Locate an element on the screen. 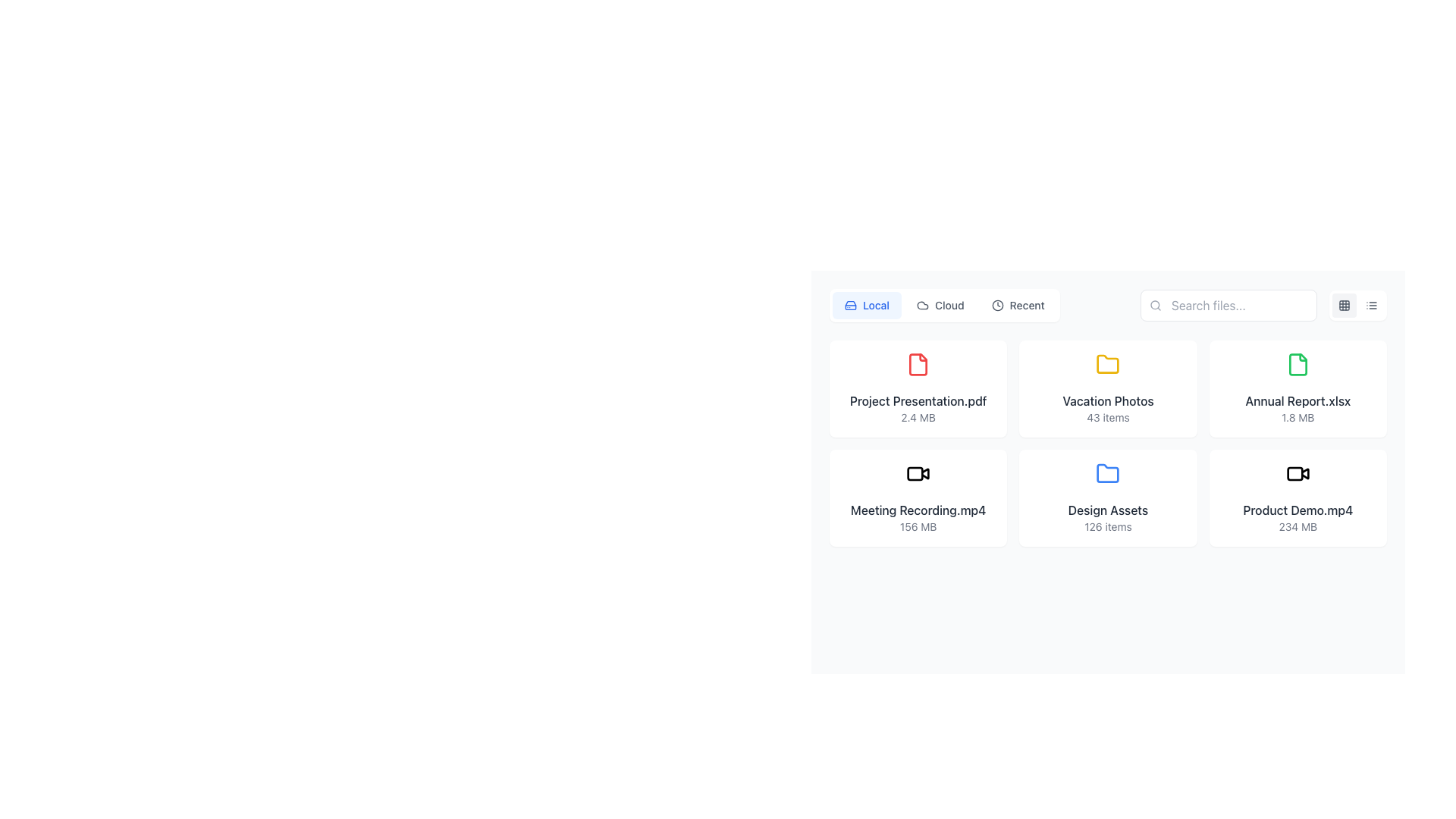  the file associated with the text label displaying 'Project Presentation.pdf', which is located as the top-left file entry in the grid layout of file icons is located at coordinates (918, 400).